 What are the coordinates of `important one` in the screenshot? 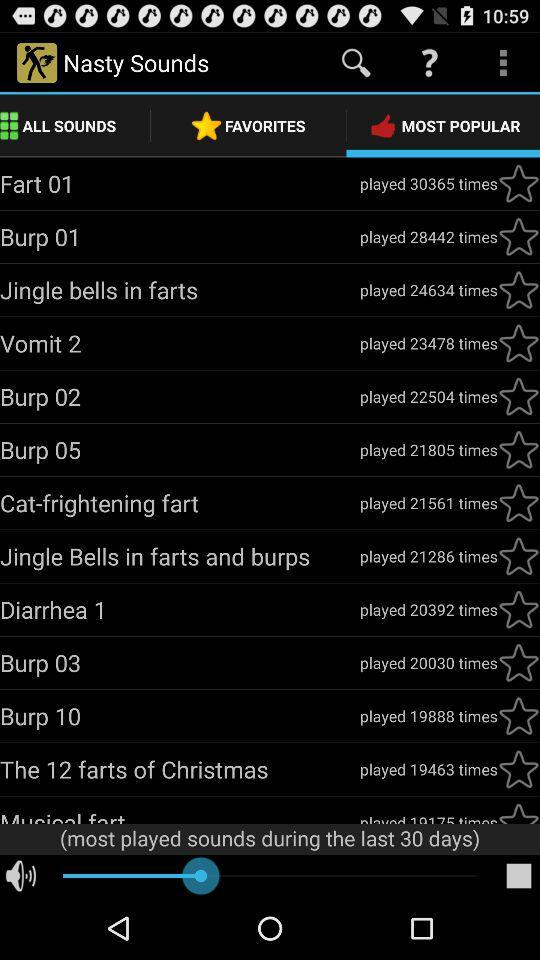 It's located at (518, 395).